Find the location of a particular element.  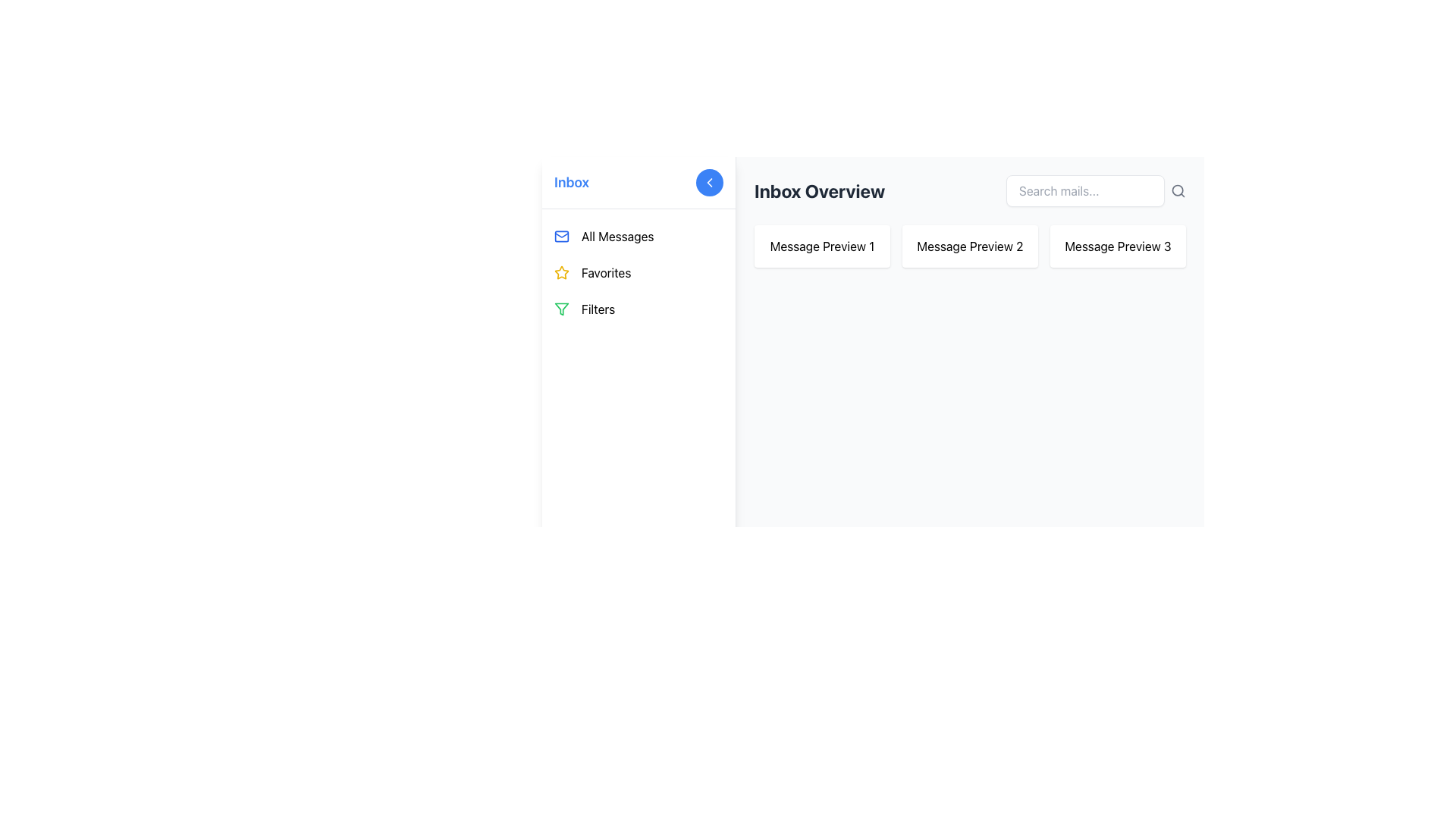

the green funnel icon representing filtering functionality, located to the left of the 'Filters' text is located at coordinates (560, 309).